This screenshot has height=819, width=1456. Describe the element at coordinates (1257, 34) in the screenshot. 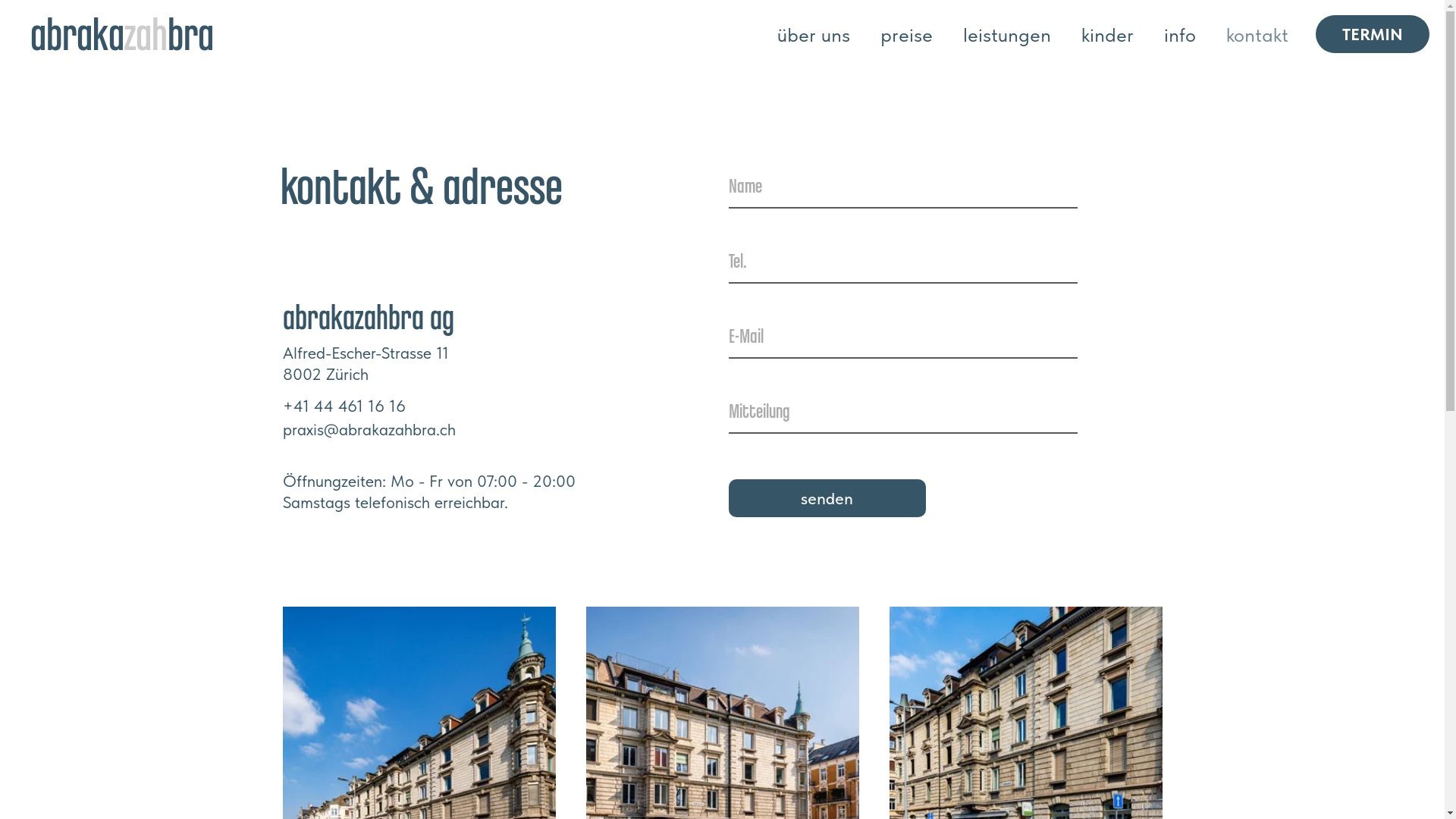

I see `'kontakt'` at that location.